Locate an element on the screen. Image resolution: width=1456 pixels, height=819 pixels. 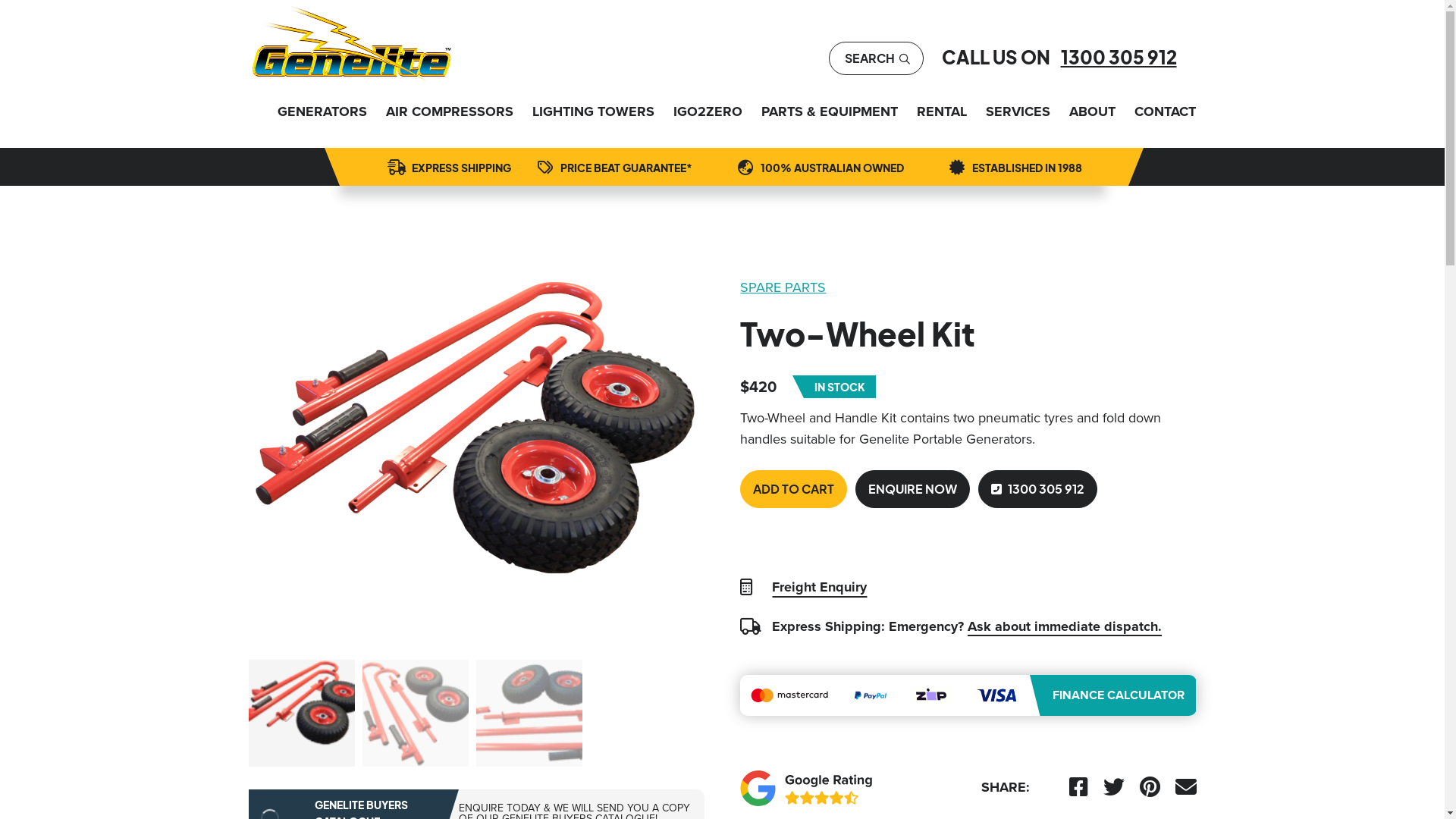
'Freight Enquiry' is located at coordinates (818, 586).